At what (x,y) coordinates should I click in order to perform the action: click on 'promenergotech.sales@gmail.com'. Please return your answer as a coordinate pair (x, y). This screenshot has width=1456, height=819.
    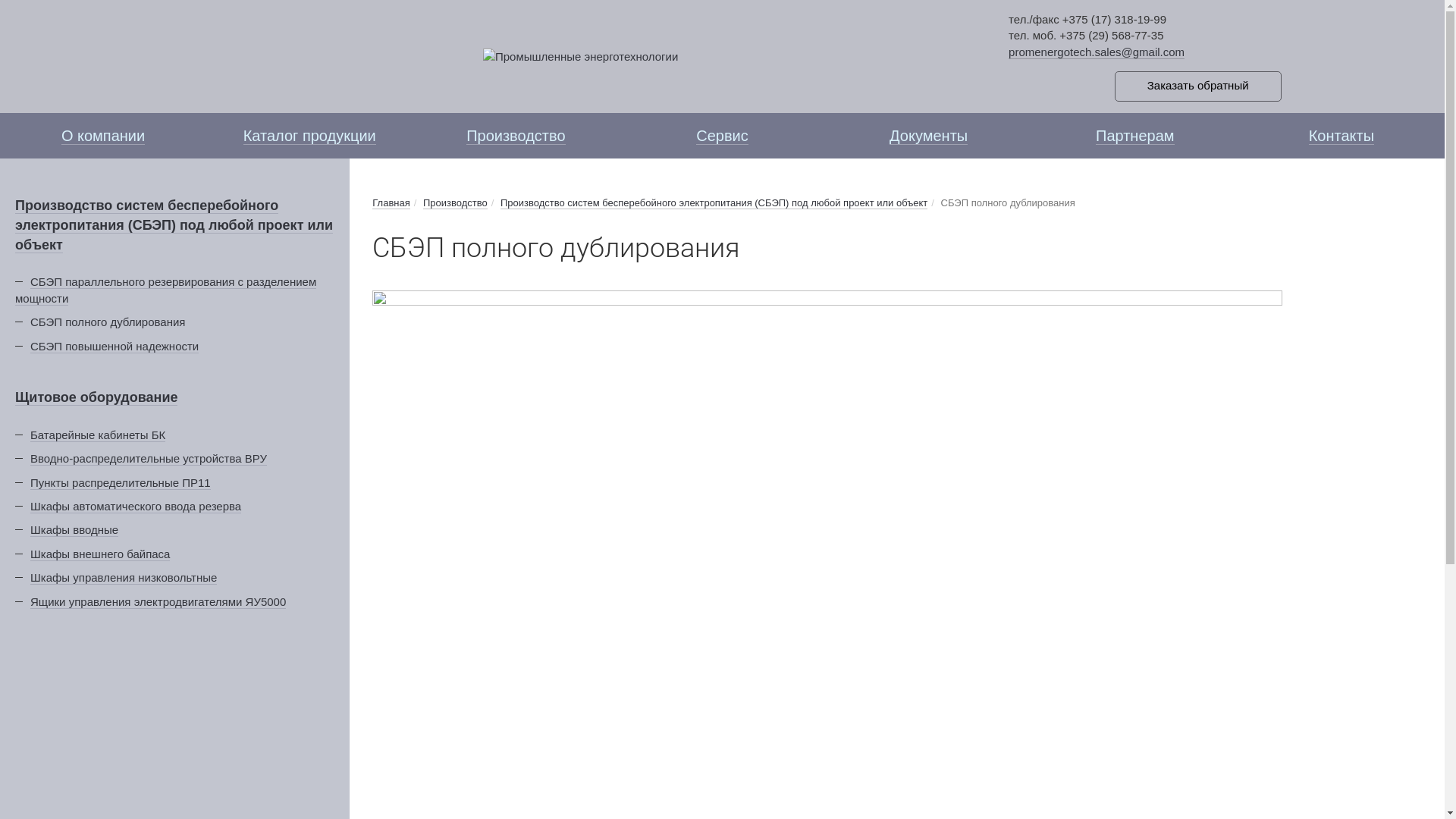
    Looking at the image, I should click on (1096, 52).